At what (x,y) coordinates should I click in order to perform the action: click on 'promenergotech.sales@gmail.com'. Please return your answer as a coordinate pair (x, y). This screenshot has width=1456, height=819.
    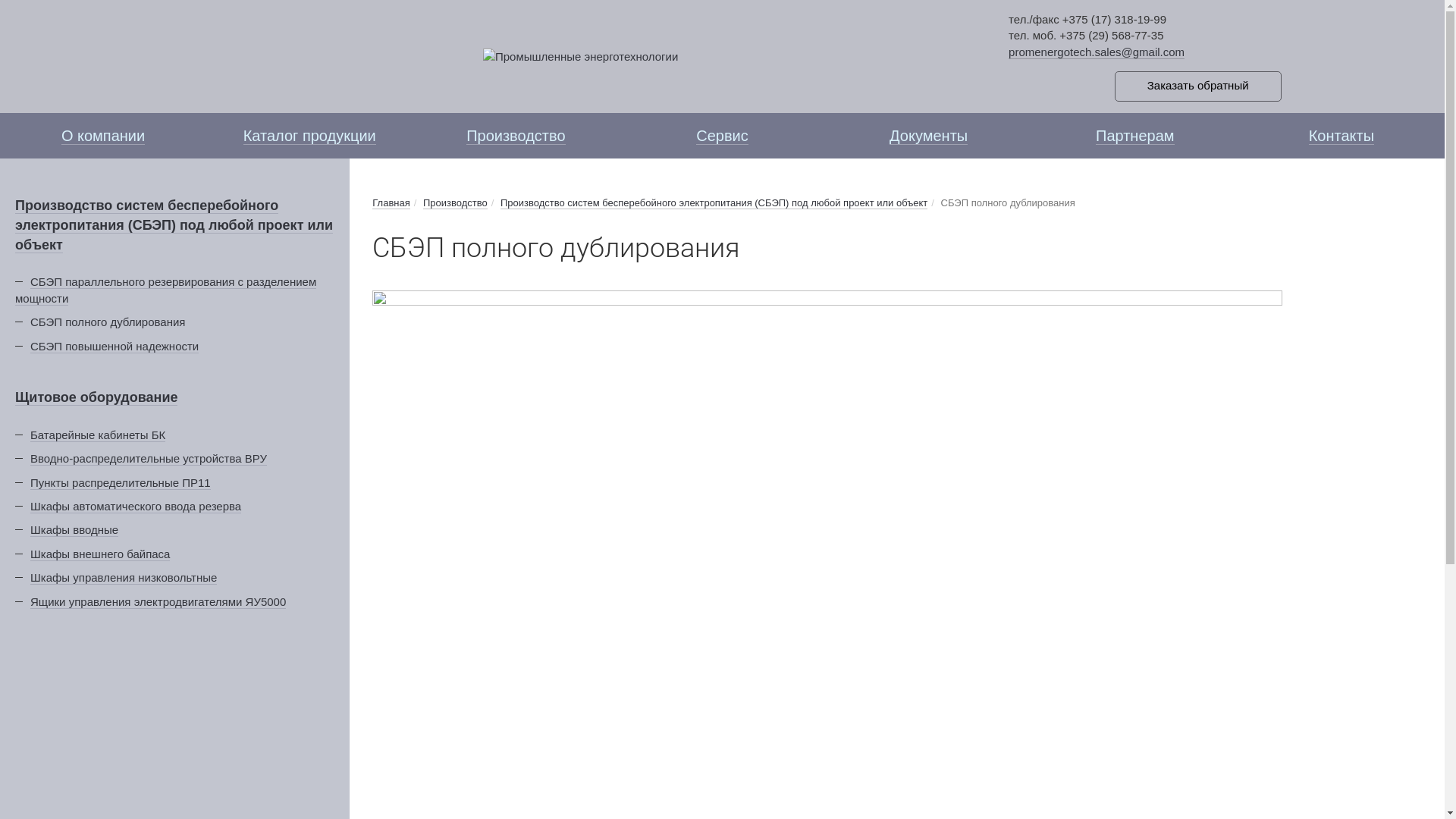
    Looking at the image, I should click on (1096, 52).